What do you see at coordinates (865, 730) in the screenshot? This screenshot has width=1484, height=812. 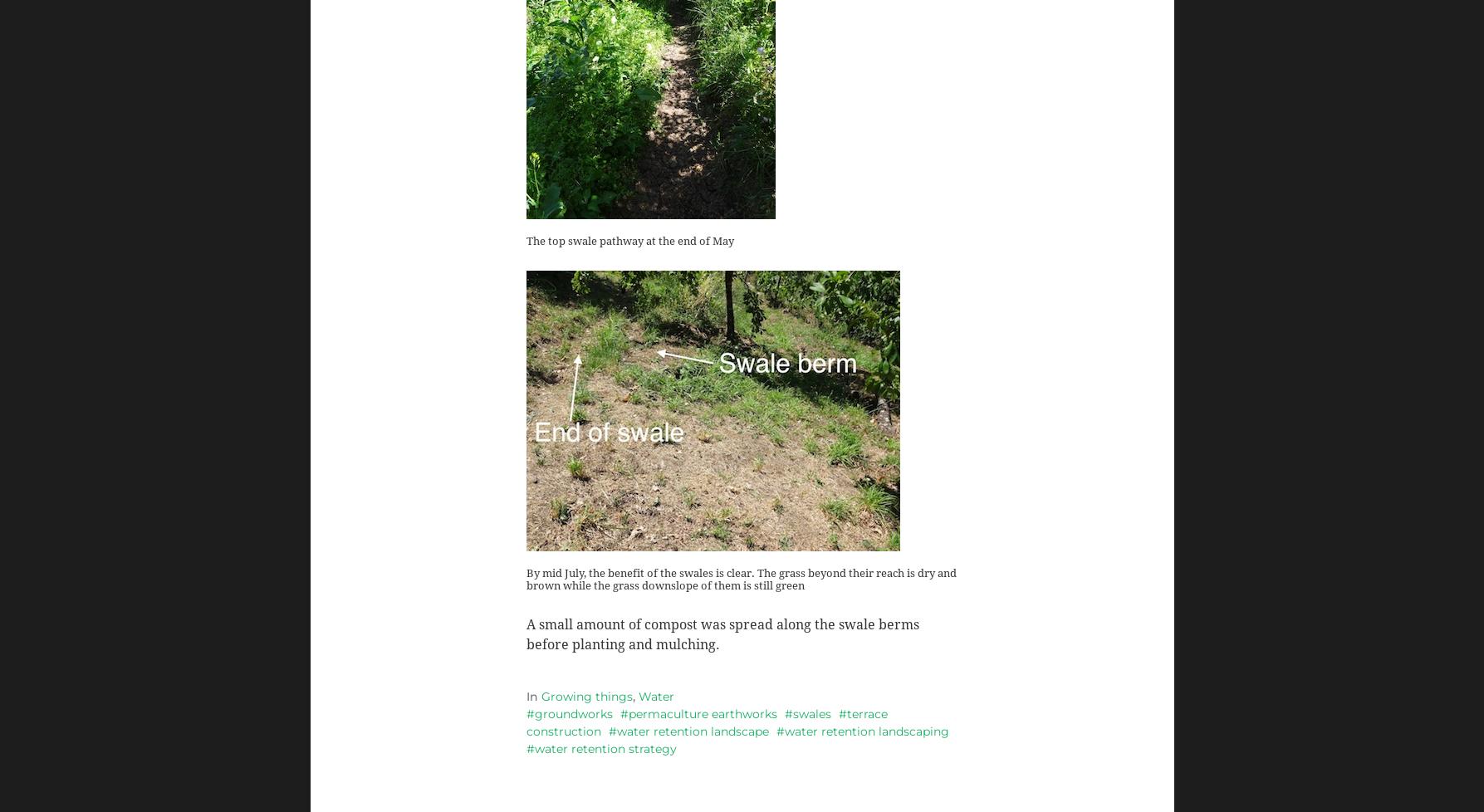 I see `'water retention landscaping'` at bounding box center [865, 730].